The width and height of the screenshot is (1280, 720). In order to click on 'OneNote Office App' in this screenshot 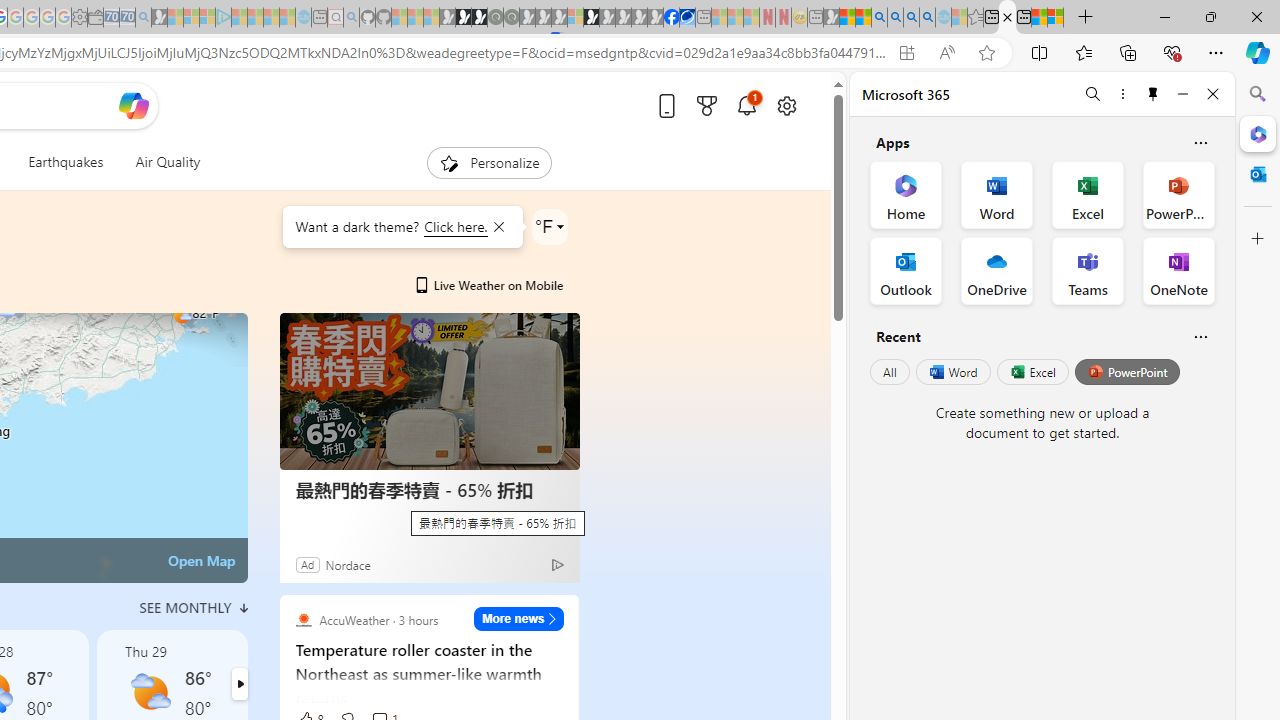, I will do `click(1178, 271)`.